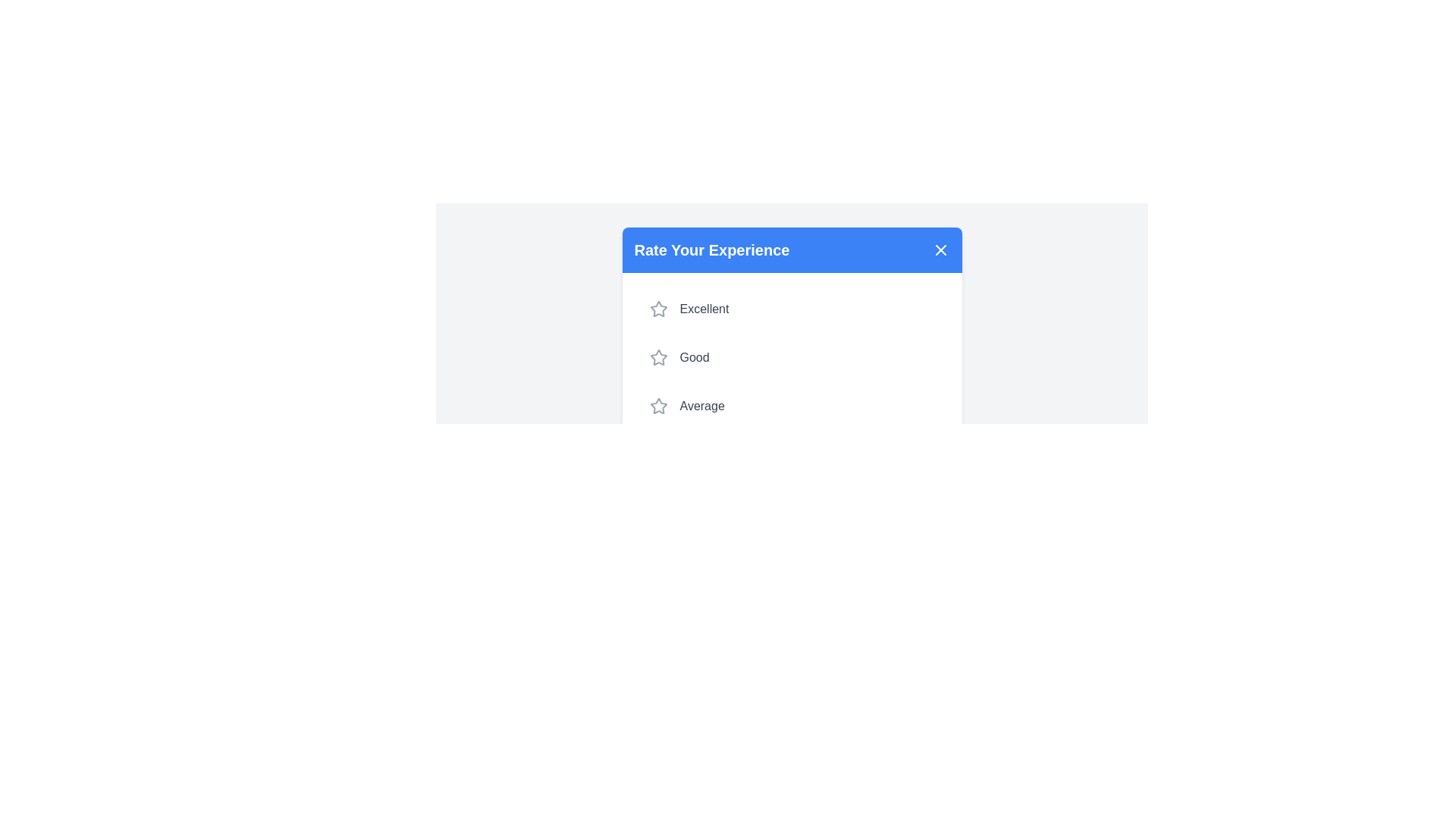  I want to click on the close button to dismiss the dialog, so click(940, 249).